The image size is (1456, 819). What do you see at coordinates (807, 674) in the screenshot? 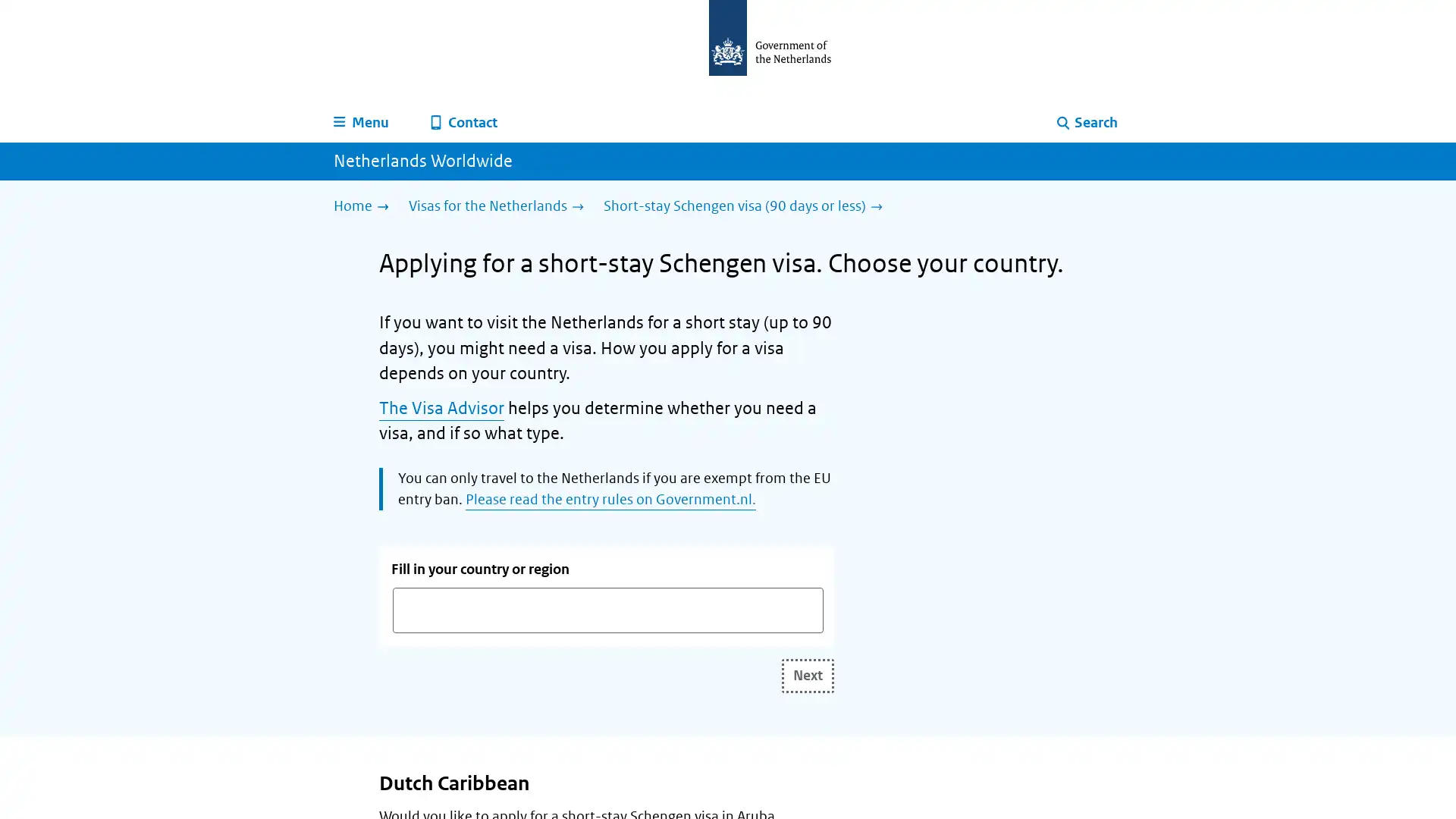
I see `Next` at bounding box center [807, 674].